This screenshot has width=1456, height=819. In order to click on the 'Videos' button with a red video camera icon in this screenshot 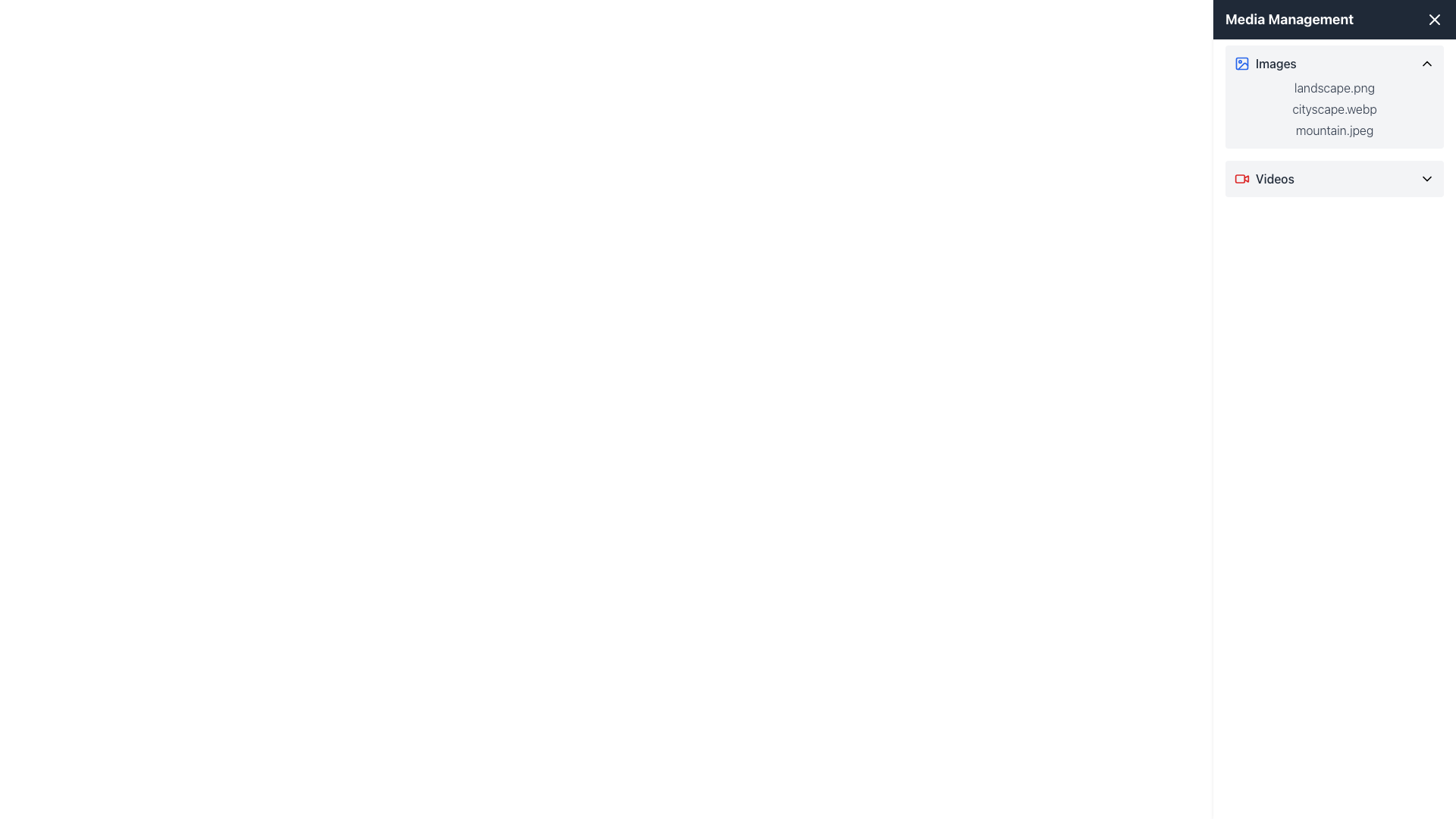, I will do `click(1335, 177)`.